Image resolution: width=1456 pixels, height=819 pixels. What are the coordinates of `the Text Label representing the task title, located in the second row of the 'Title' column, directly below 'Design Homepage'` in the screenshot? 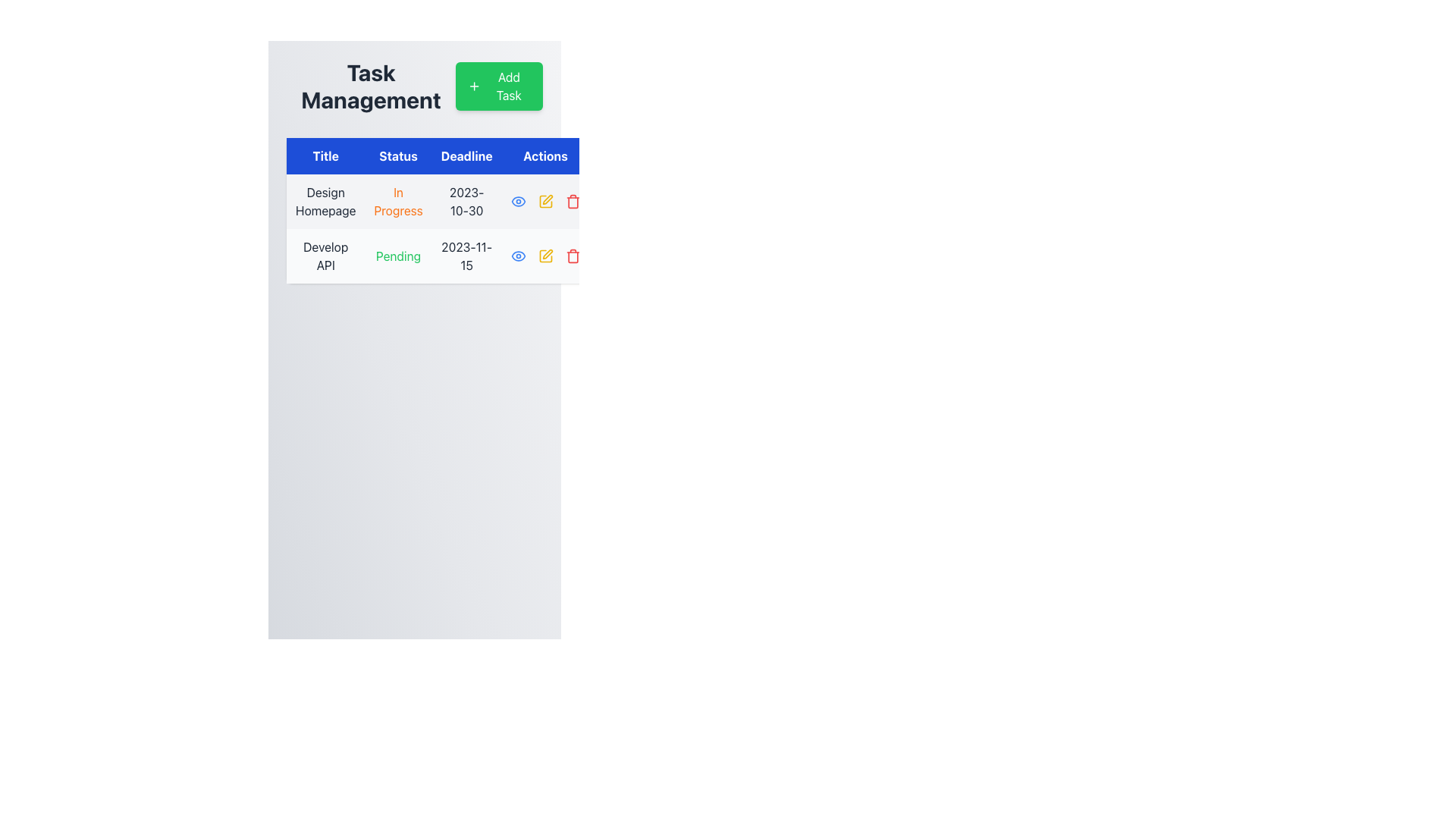 It's located at (325, 256).